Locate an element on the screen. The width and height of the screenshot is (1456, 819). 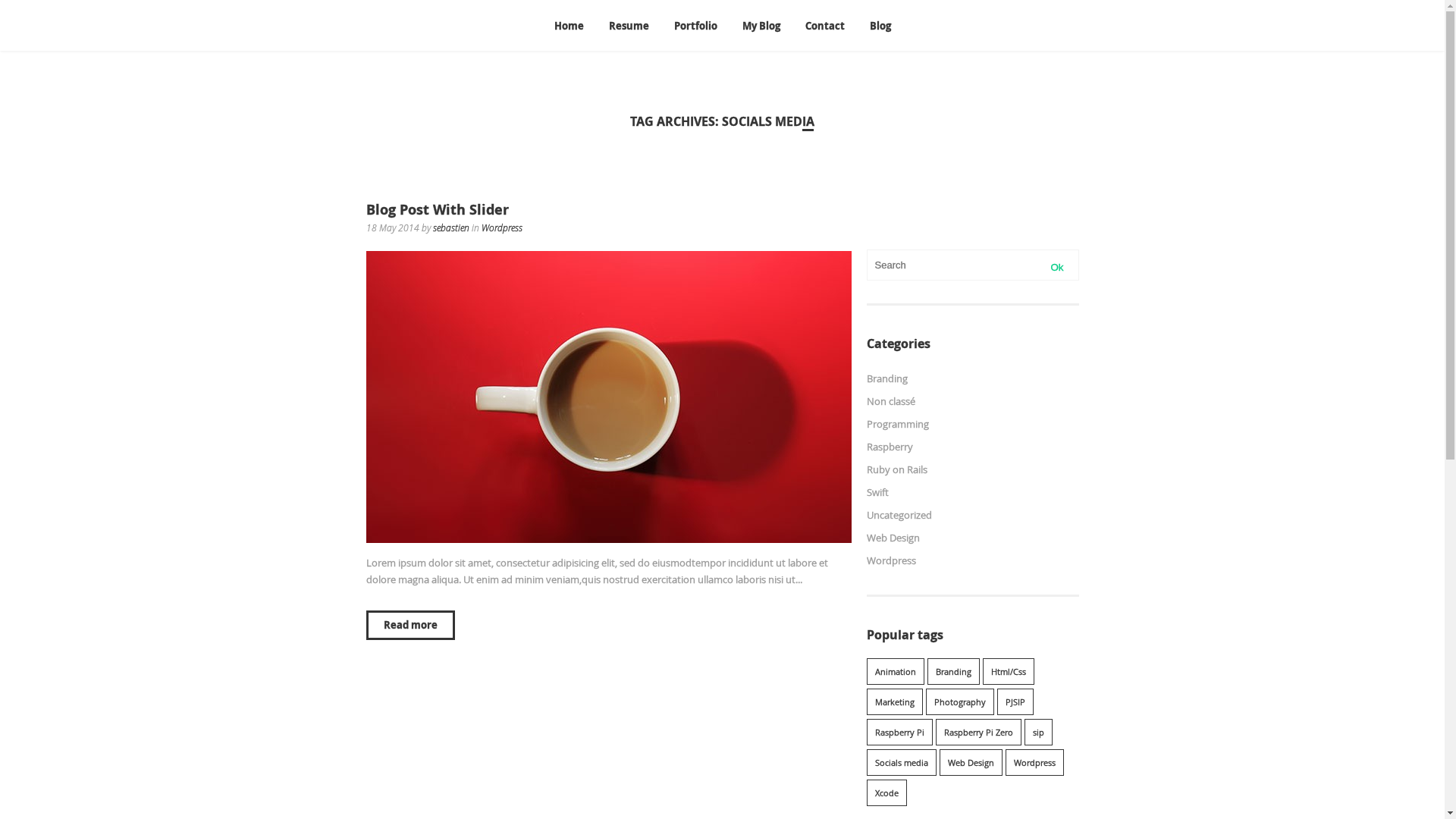
'Animation' is located at coordinates (895, 670).